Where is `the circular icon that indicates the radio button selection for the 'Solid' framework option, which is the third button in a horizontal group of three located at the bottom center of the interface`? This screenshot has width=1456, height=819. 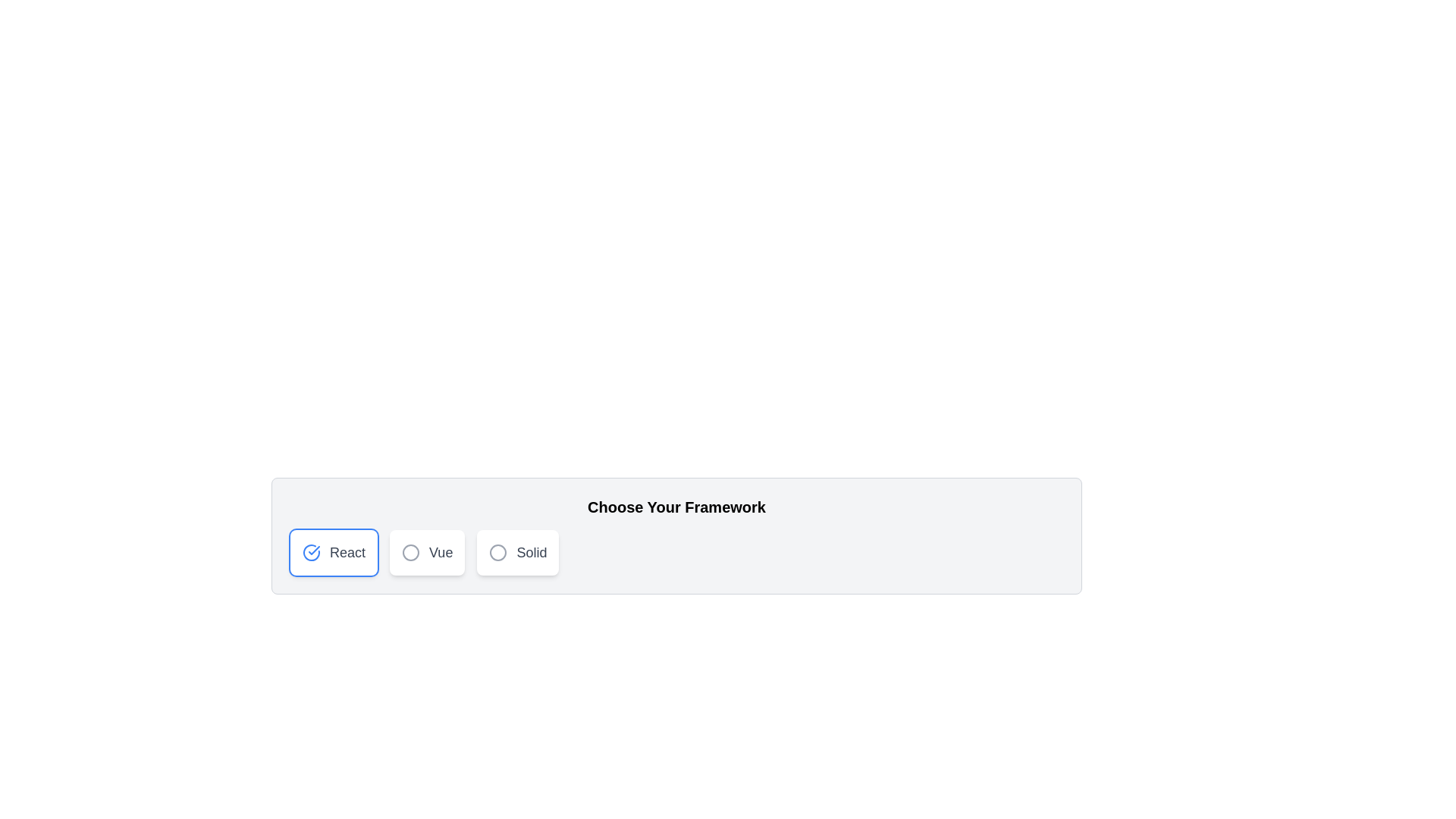
the circular icon that indicates the radio button selection for the 'Solid' framework option, which is the third button in a horizontal group of three located at the bottom center of the interface is located at coordinates (498, 553).